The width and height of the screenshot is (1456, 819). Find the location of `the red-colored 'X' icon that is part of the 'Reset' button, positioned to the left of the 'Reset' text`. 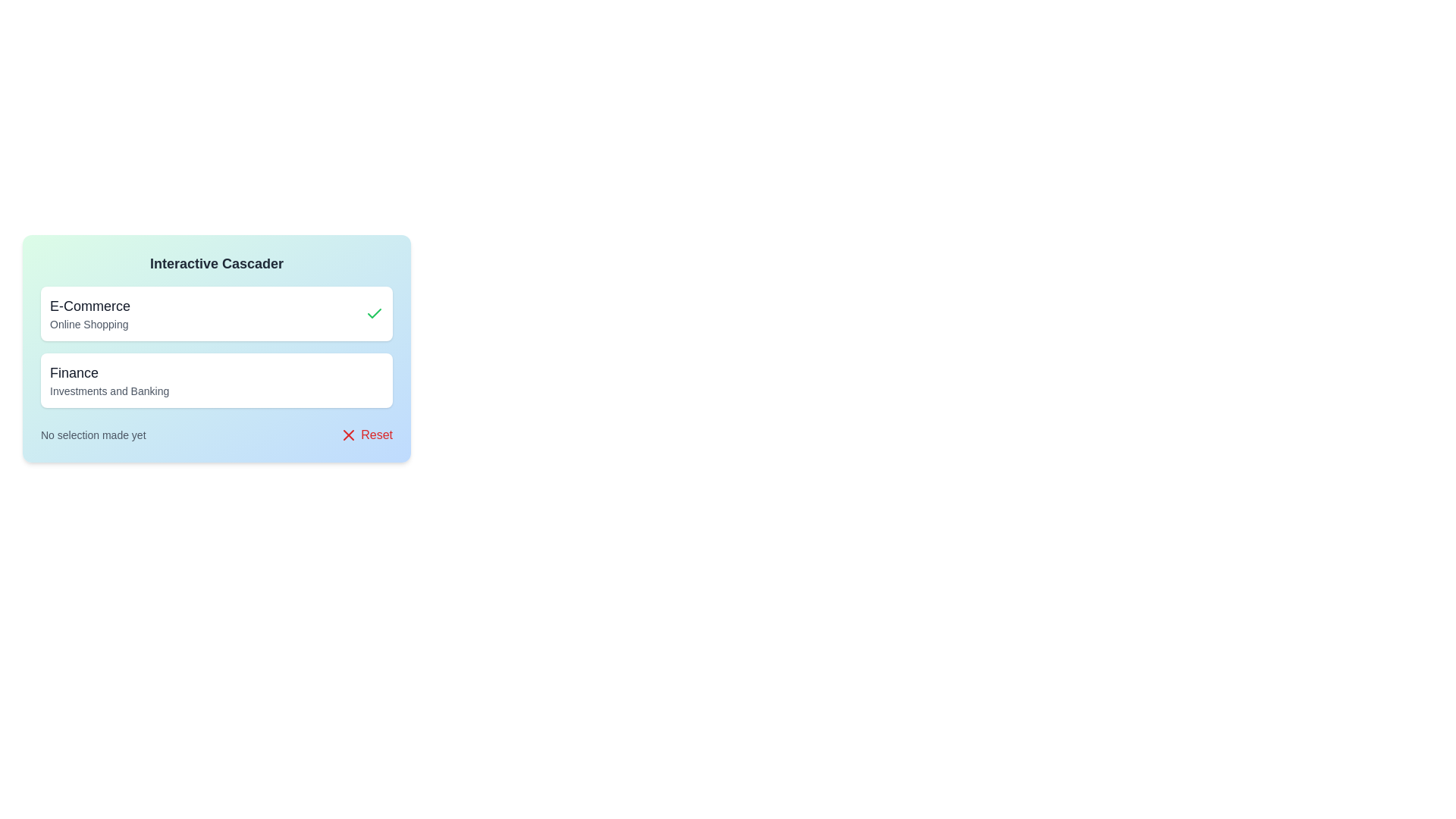

the red-colored 'X' icon that is part of the 'Reset' button, positioned to the left of the 'Reset' text is located at coordinates (348, 435).